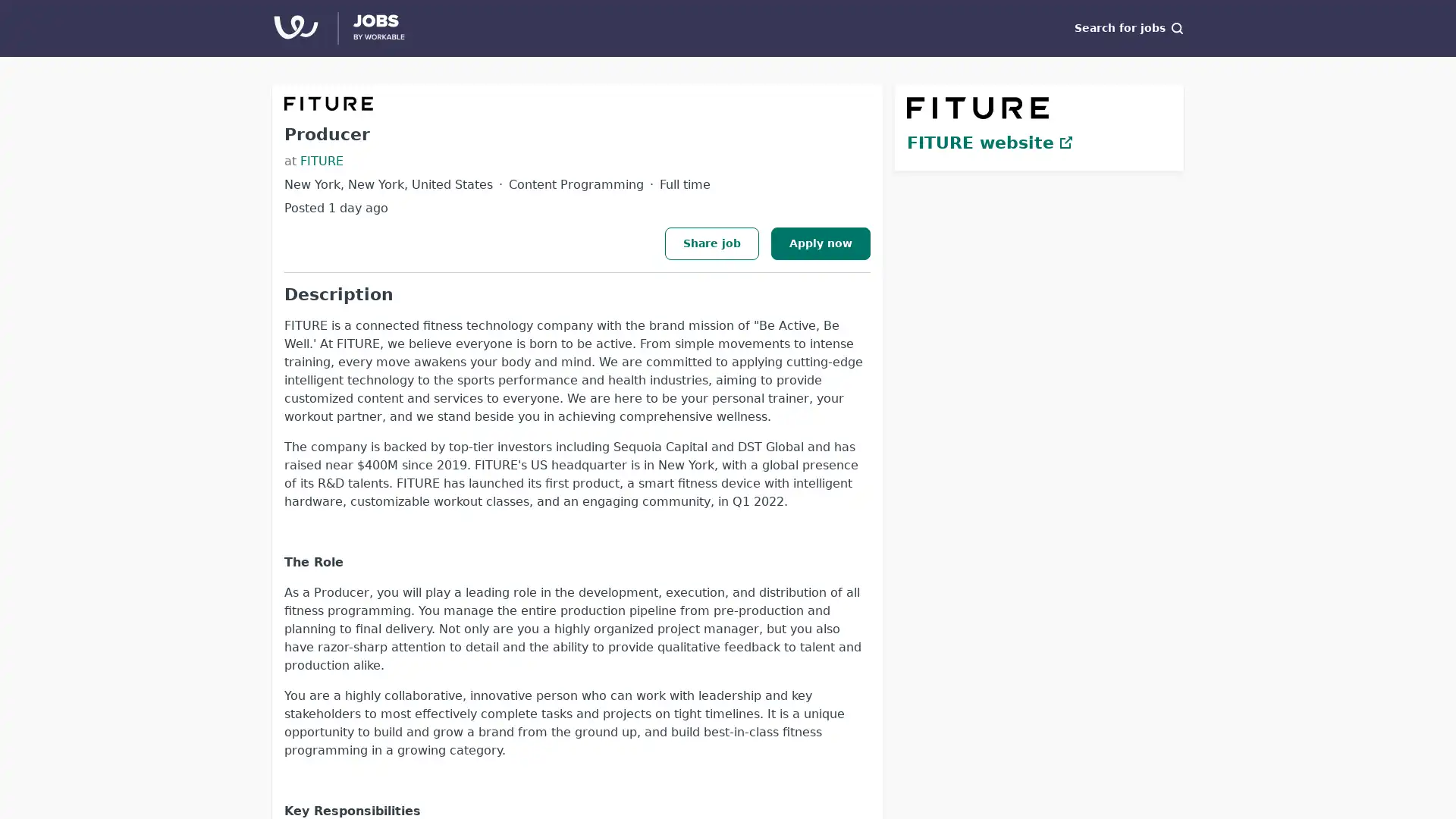 The width and height of the screenshot is (1456, 819). Describe the element at coordinates (711, 242) in the screenshot. I see `Share job` at that location.